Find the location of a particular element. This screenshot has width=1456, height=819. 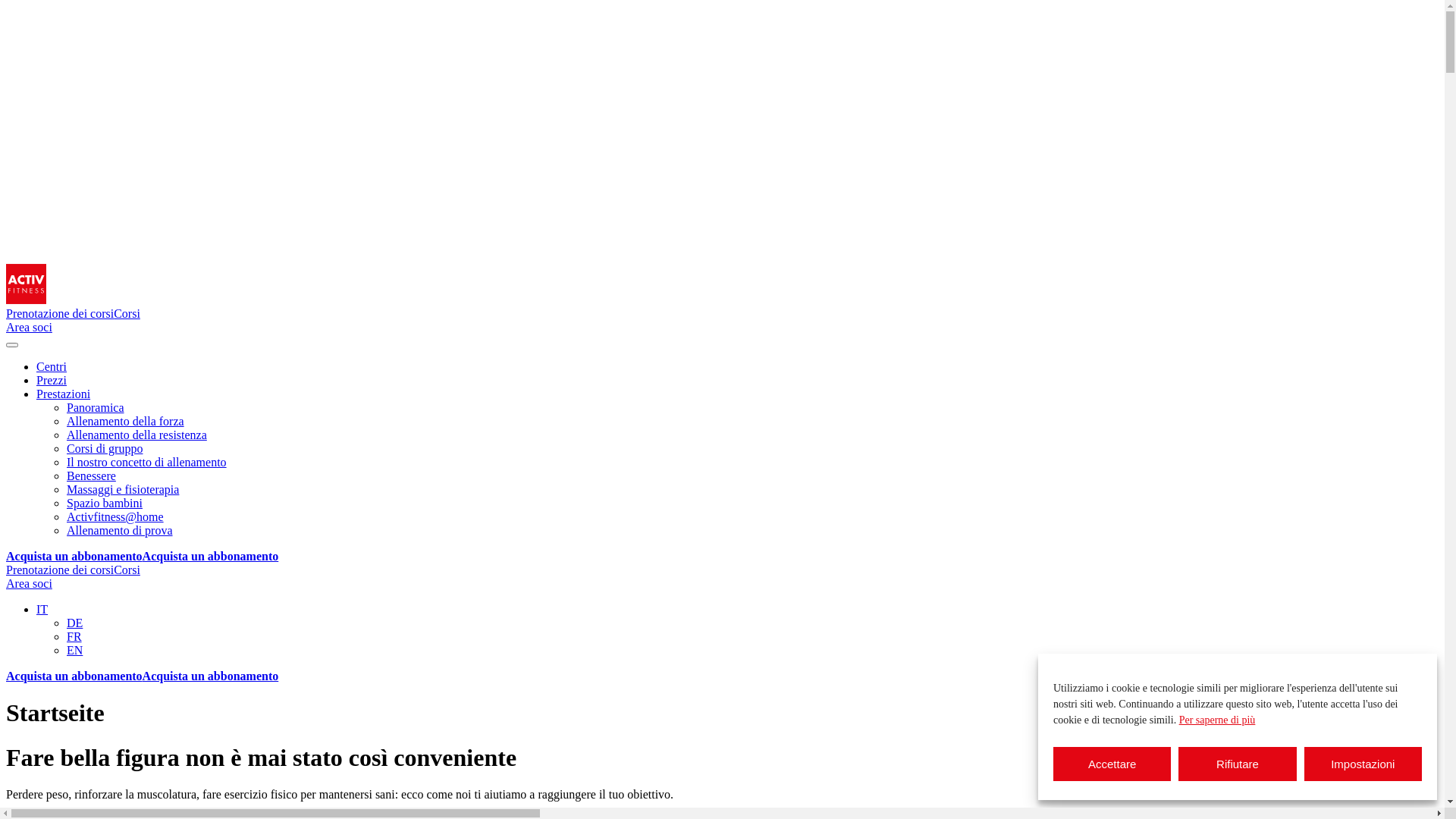

'Il nostro concetto di allenamento' is located at coordinates (65, 461).